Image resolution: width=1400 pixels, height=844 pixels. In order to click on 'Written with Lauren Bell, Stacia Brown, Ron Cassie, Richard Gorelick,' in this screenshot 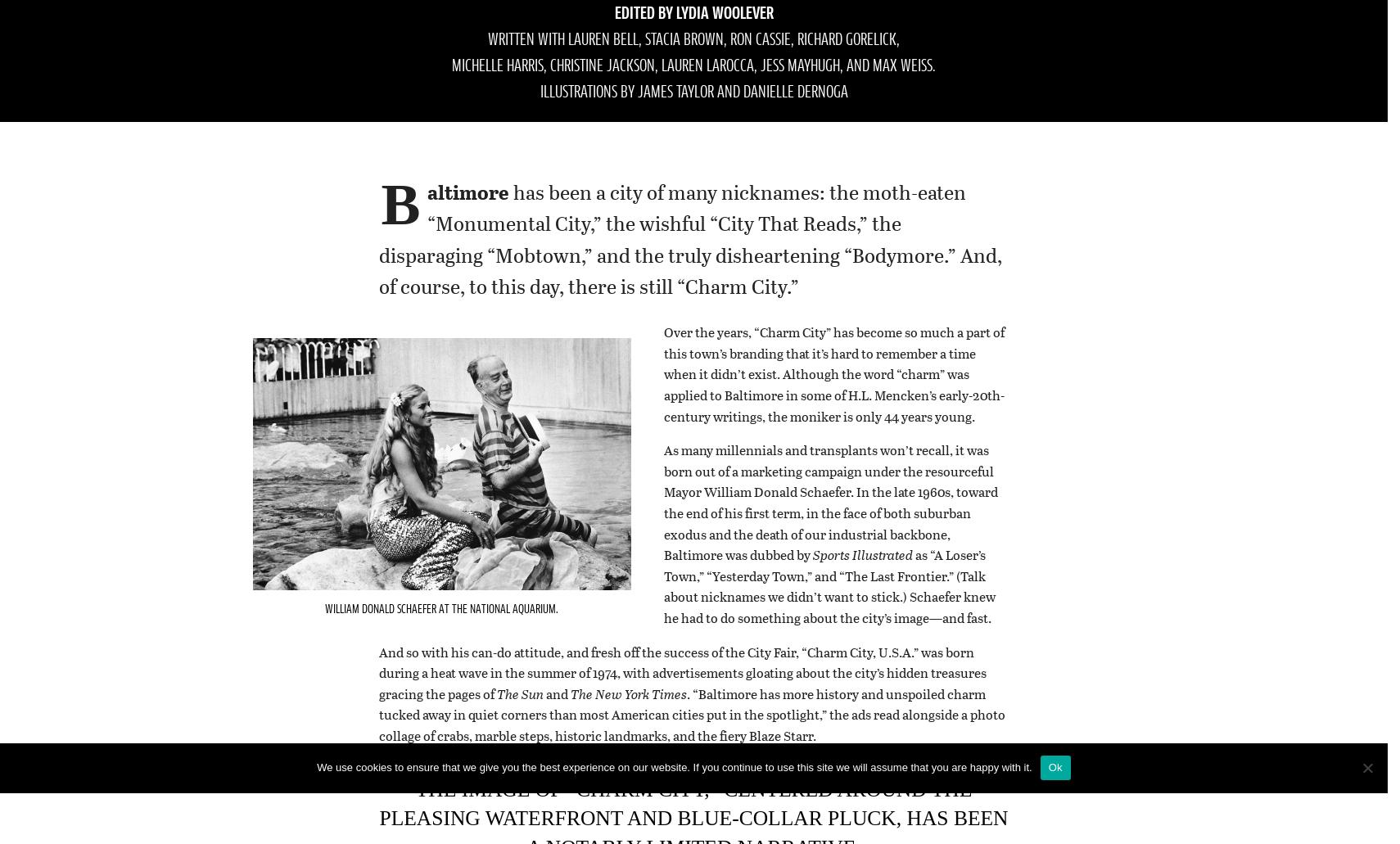, I will do `click(487, 39)`.